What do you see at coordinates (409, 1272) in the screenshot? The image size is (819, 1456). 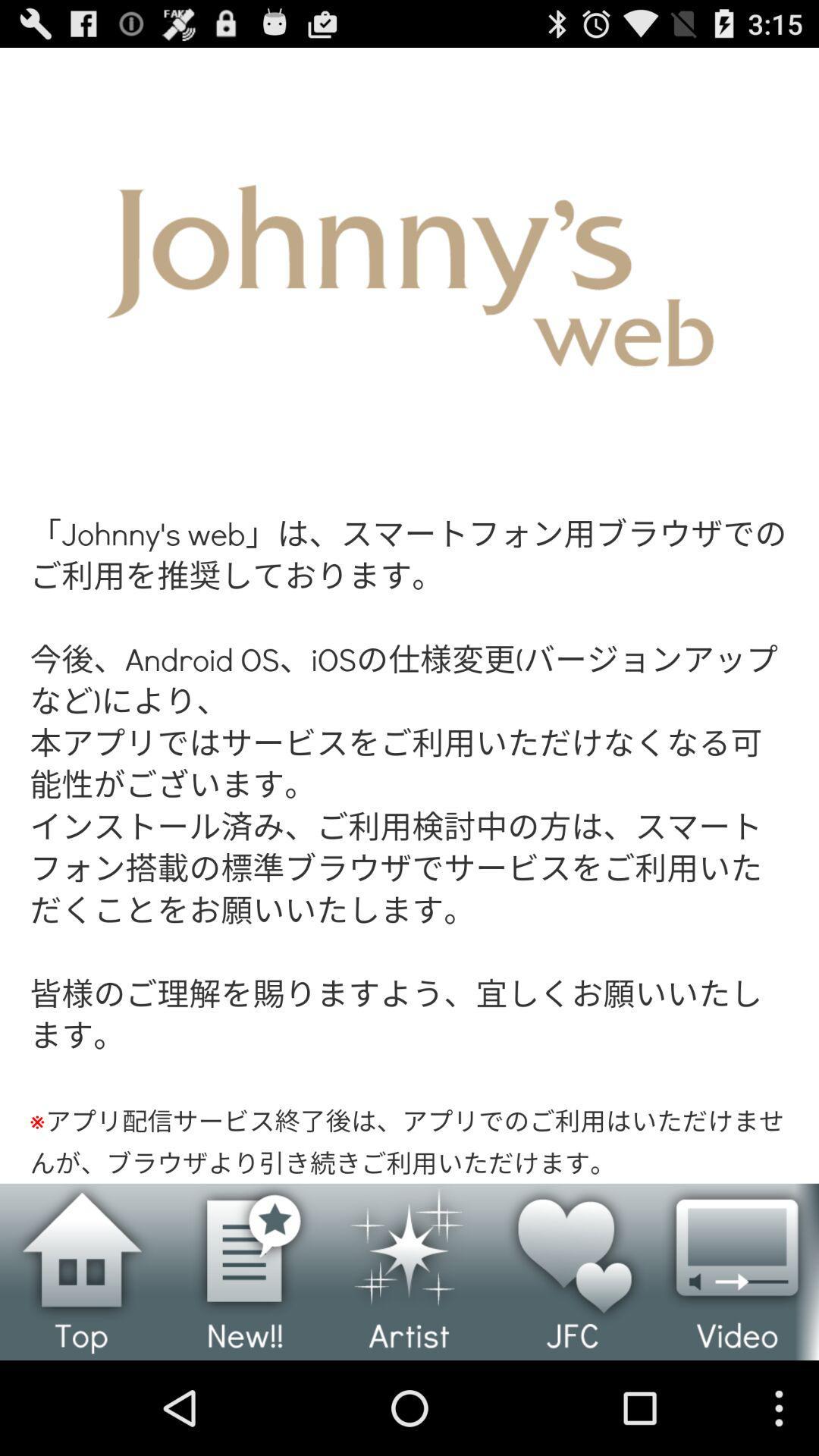 I see `search by artist` at bounding box center [409, 1272].